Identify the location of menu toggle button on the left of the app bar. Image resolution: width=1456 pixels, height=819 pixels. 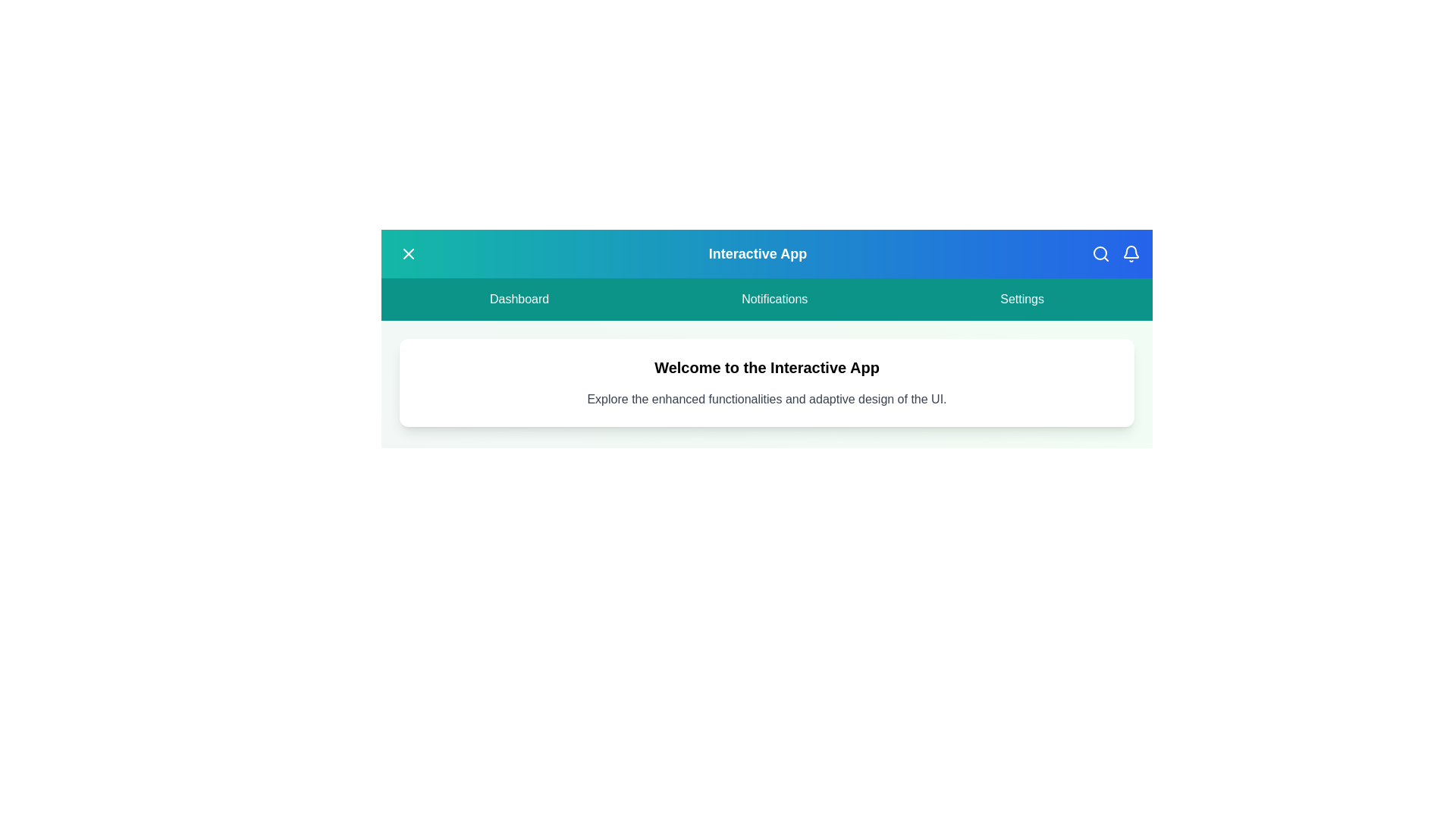
(408, 253).